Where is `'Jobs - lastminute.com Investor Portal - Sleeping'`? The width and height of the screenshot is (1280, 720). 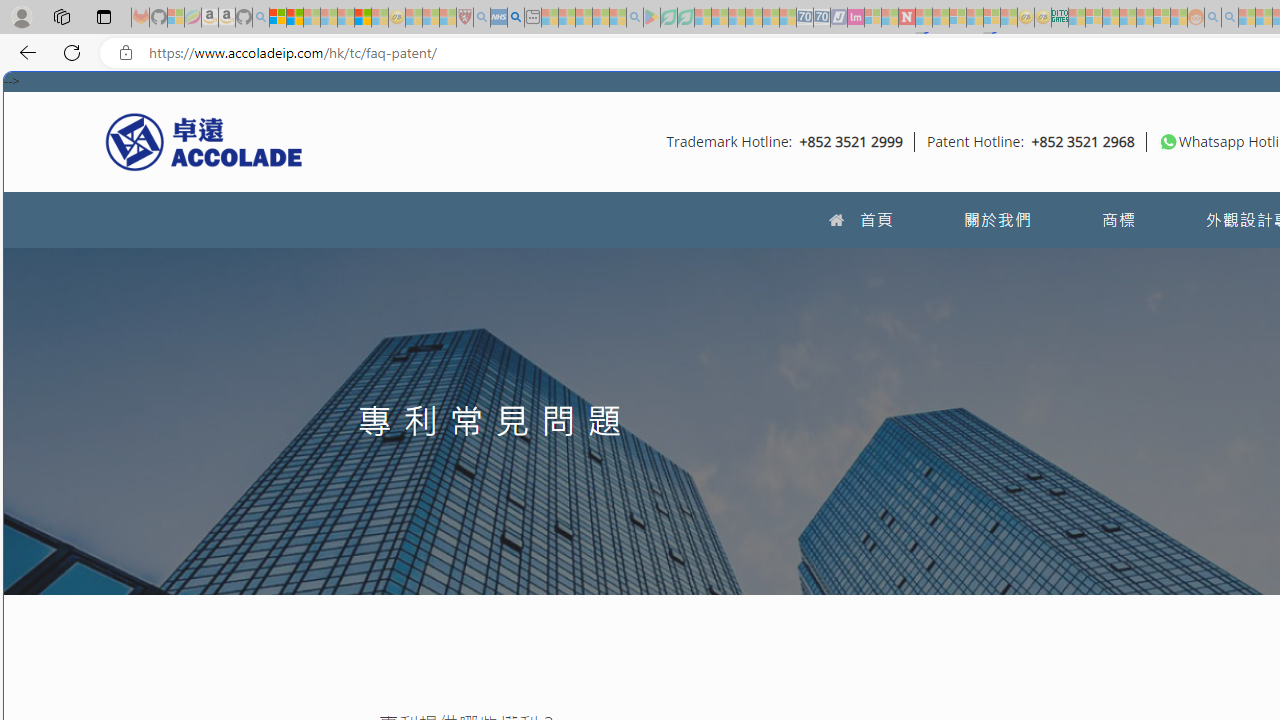 'Jobs - lastminute.com Investor Portal - Sleeping' is located at coordinates (855, 17).